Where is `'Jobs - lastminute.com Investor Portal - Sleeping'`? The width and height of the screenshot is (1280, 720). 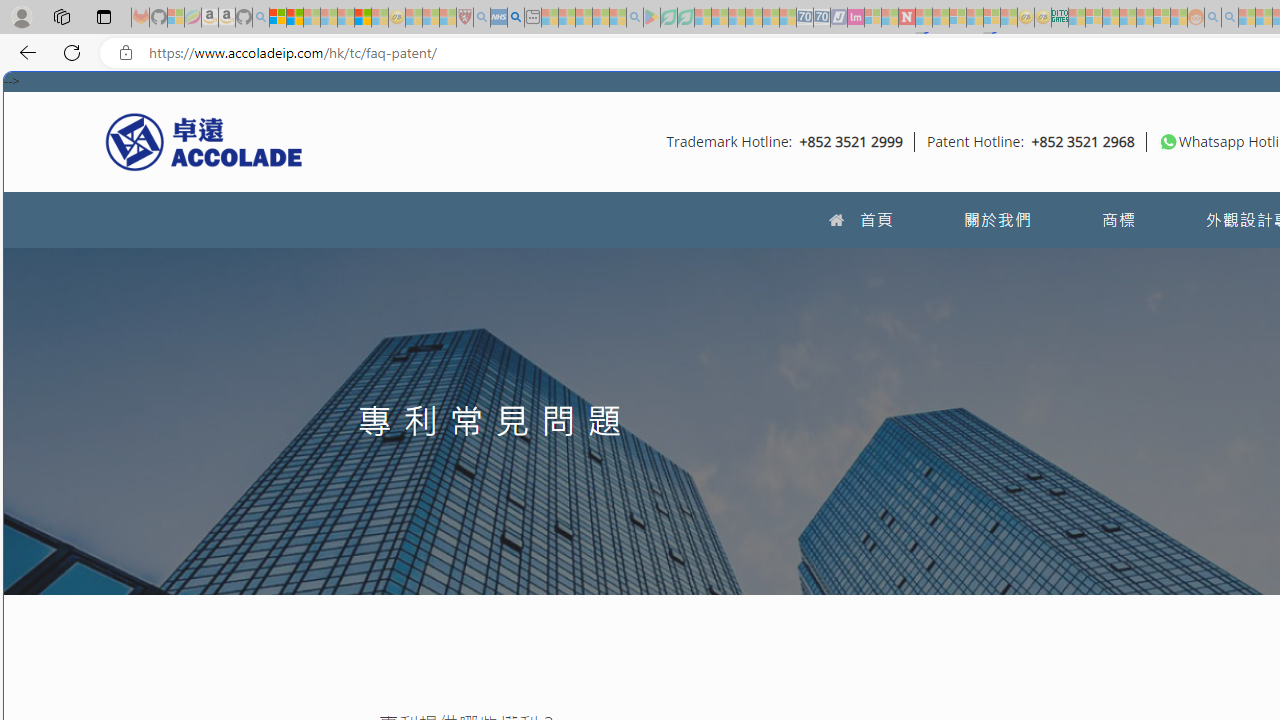 'Jobs - lastminute.com Investor Portal - Sleeping' is located at coordinates (855, 17).